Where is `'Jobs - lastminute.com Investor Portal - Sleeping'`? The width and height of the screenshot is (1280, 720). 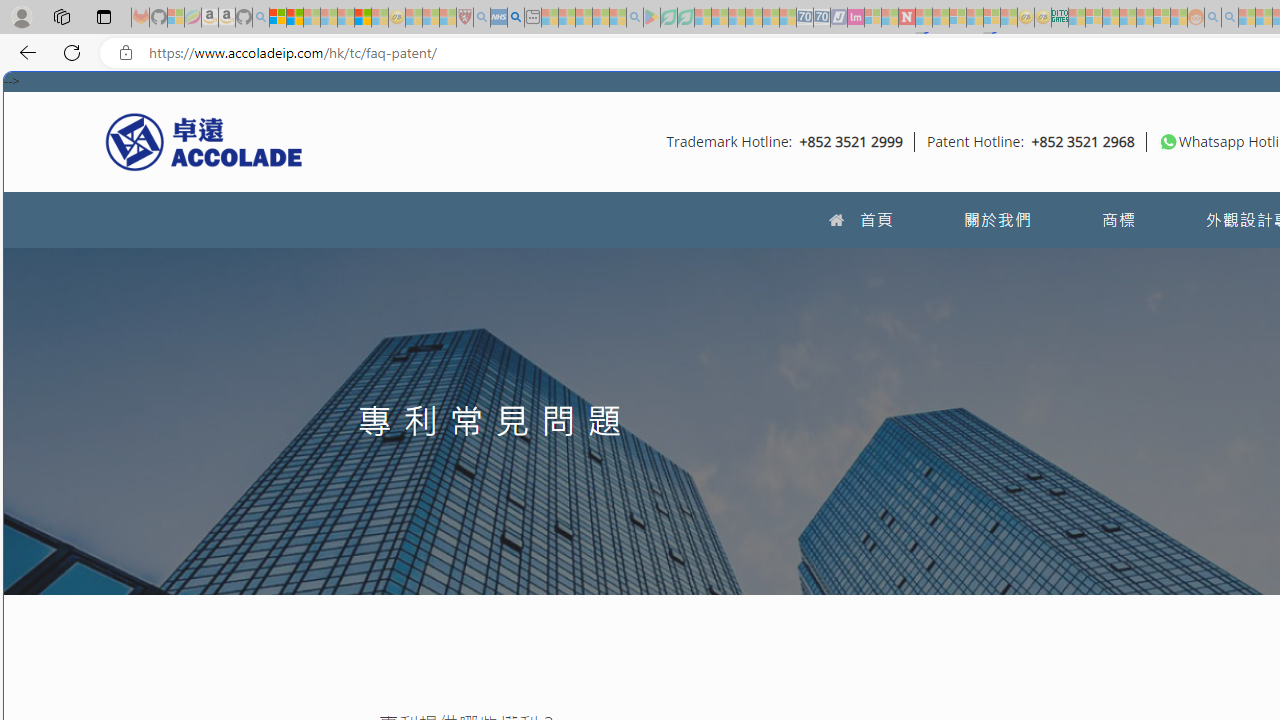 'Jobs - lastminute.com Investor Portal - Sleeping' is located at coordinates (855, 17).